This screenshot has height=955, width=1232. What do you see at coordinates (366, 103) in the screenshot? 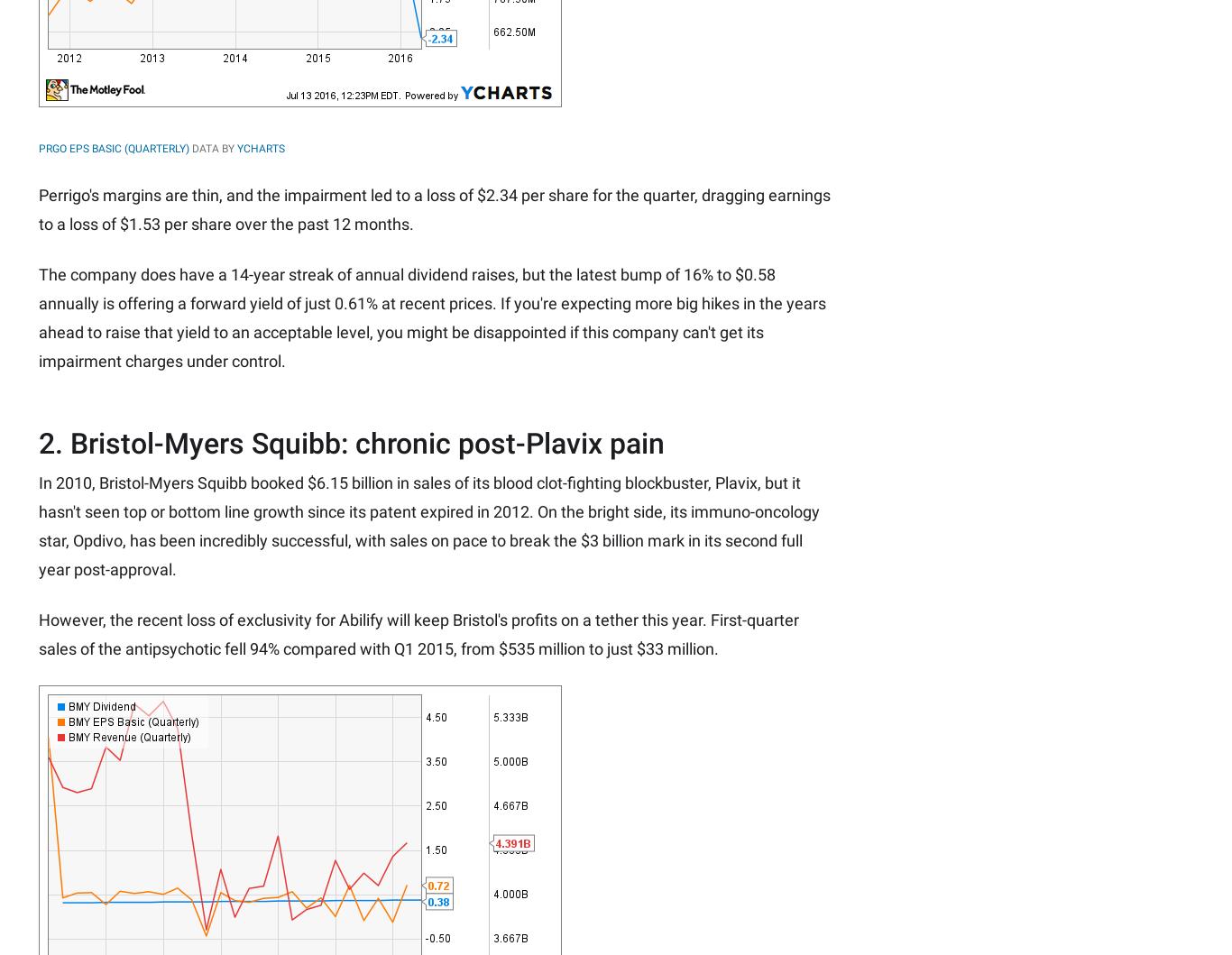
I see `'Research'` at bounding box center [366, 103].